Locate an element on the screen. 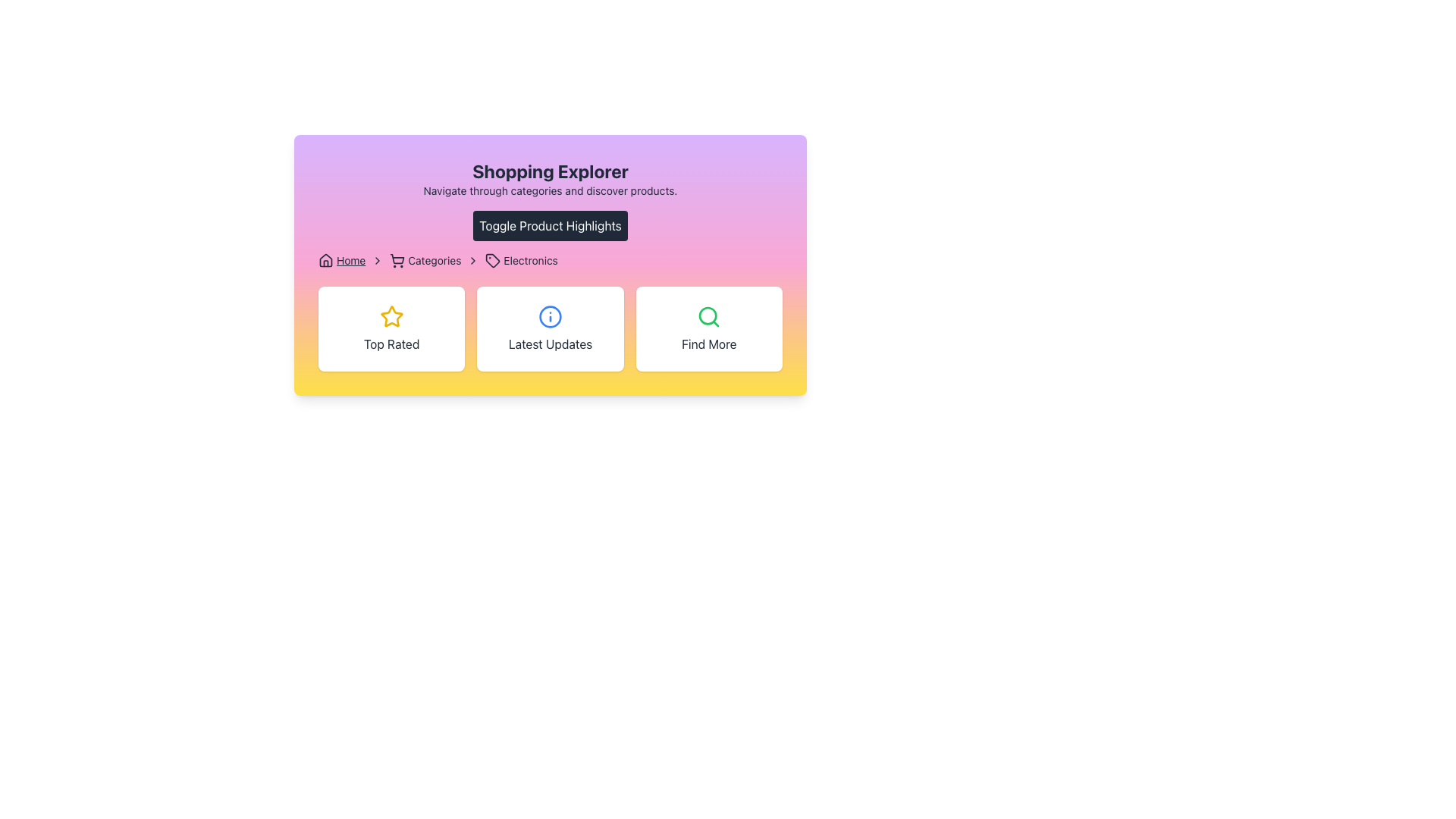 Image resolution: width=1456 pixels, height=819 pixels. the 'Home' icon located at the beginning of the breadcrumb navigation is located at coordinates (325, 259).